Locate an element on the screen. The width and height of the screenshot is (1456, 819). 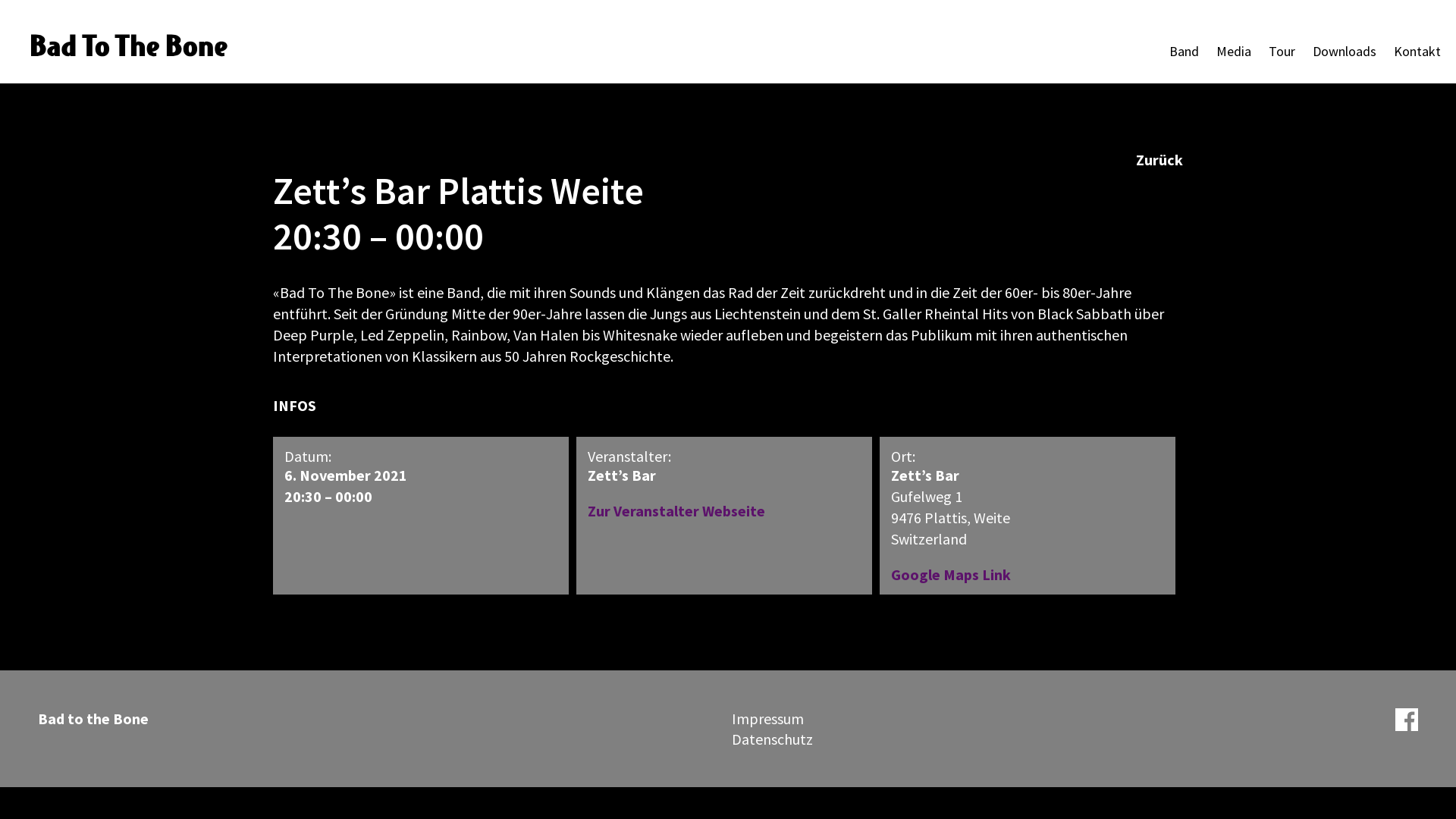
'Datenschutz' is located at coordinates (771, 738).